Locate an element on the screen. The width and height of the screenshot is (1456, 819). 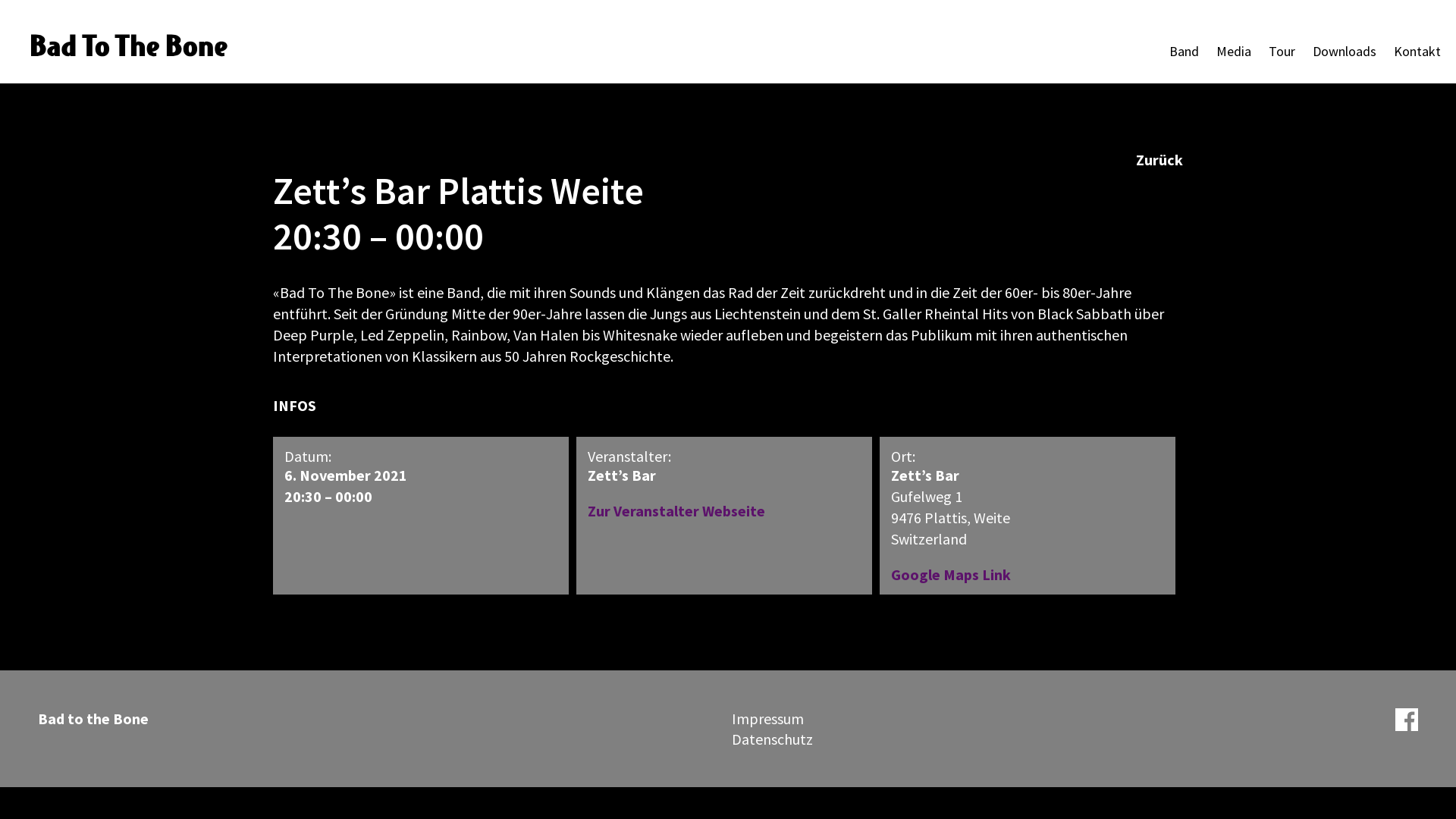
'Datenschutz' is located at coordinates (771, 738).